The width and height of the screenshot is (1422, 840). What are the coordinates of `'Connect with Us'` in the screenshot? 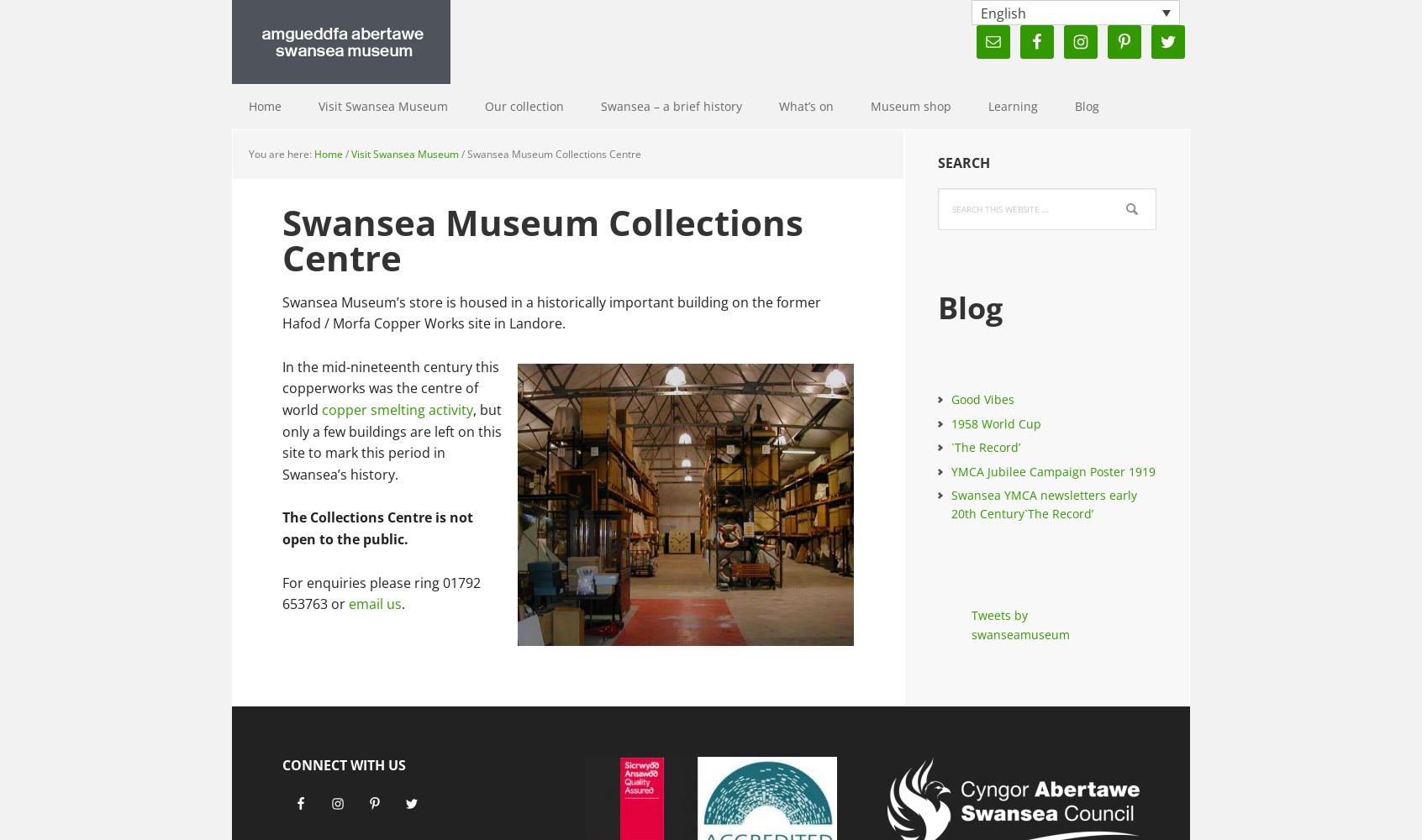 It's located at (344, 765).